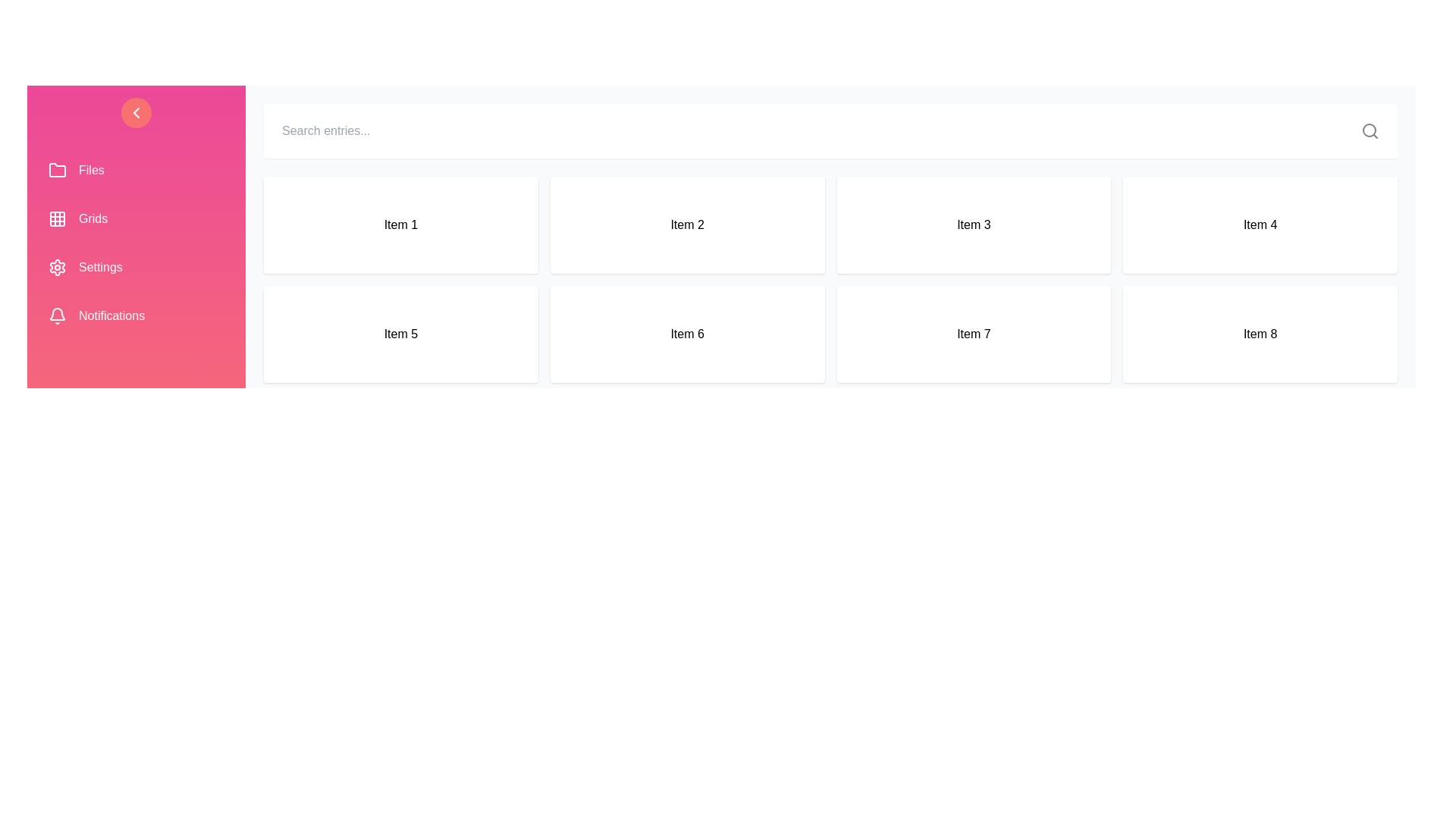 This screenshot has width=1456, height=819. Describe the element at coordinates (136, 170) in the screenshot. I see `the menu item Files in the side drawer` at that location.